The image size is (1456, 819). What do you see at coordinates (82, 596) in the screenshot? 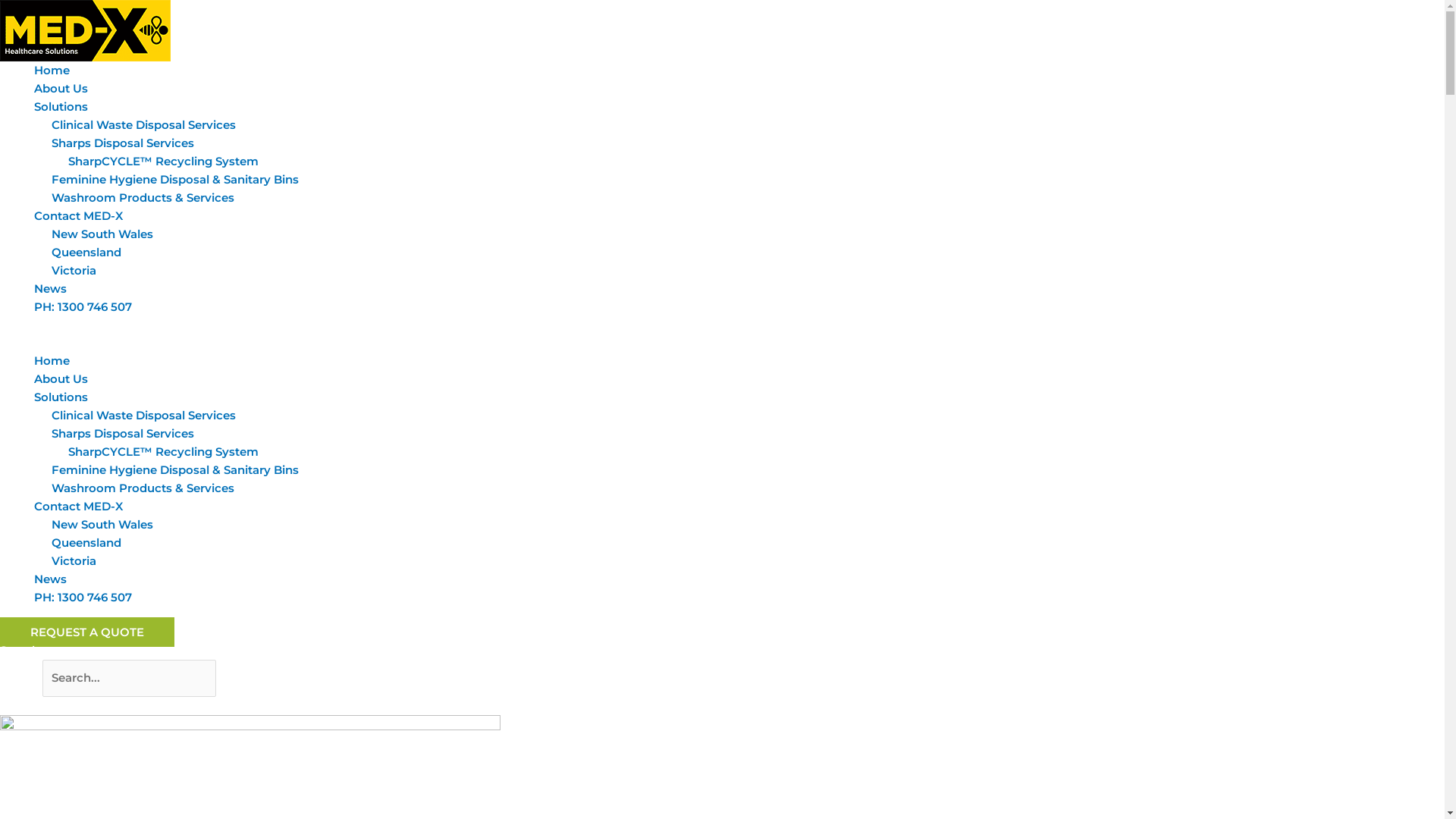
I see `'PH: 1300 746 507'` at bounding box center [82, 596].